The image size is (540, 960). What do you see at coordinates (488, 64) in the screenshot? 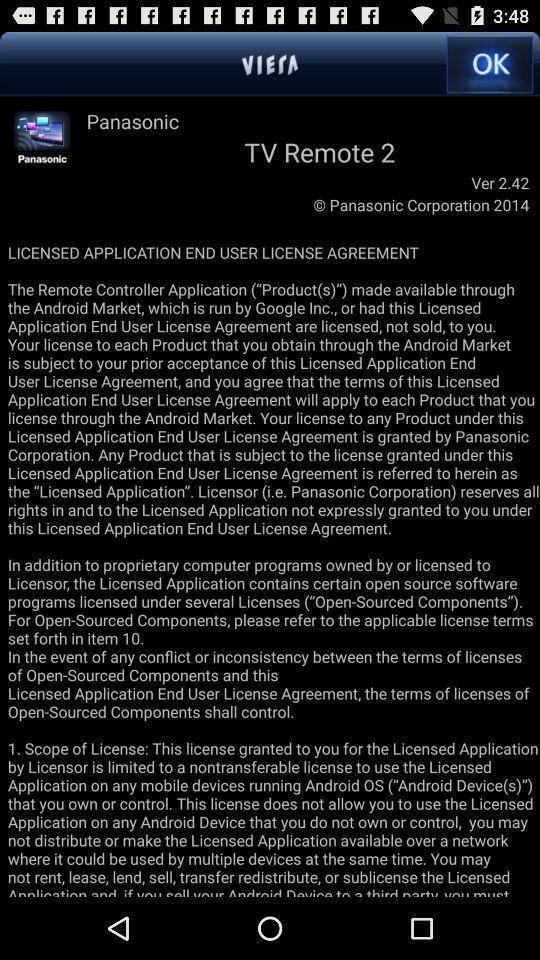
I see `ok button` at bounding box center [488, 64].